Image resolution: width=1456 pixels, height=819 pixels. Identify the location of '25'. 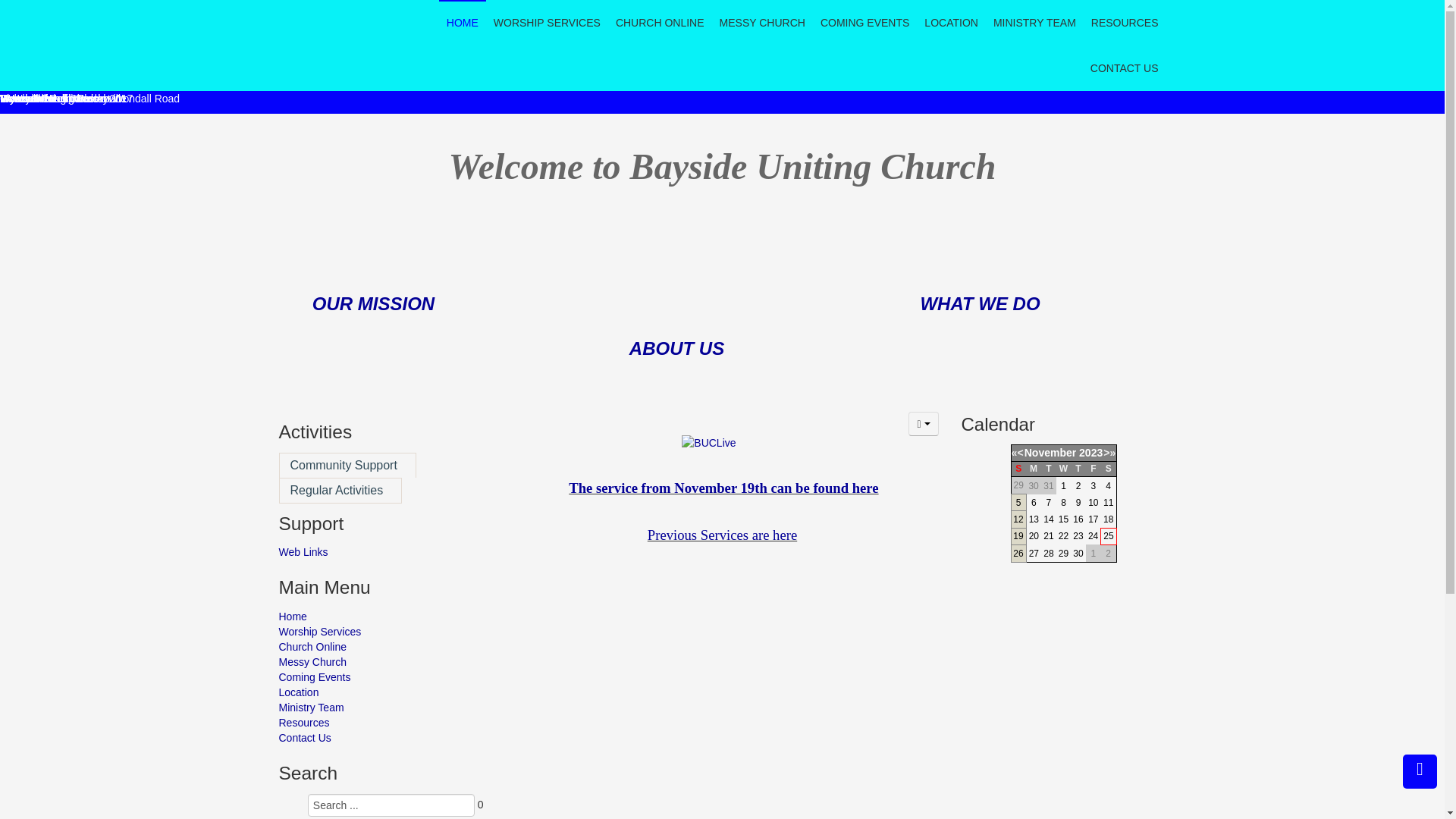
(1103, 535).